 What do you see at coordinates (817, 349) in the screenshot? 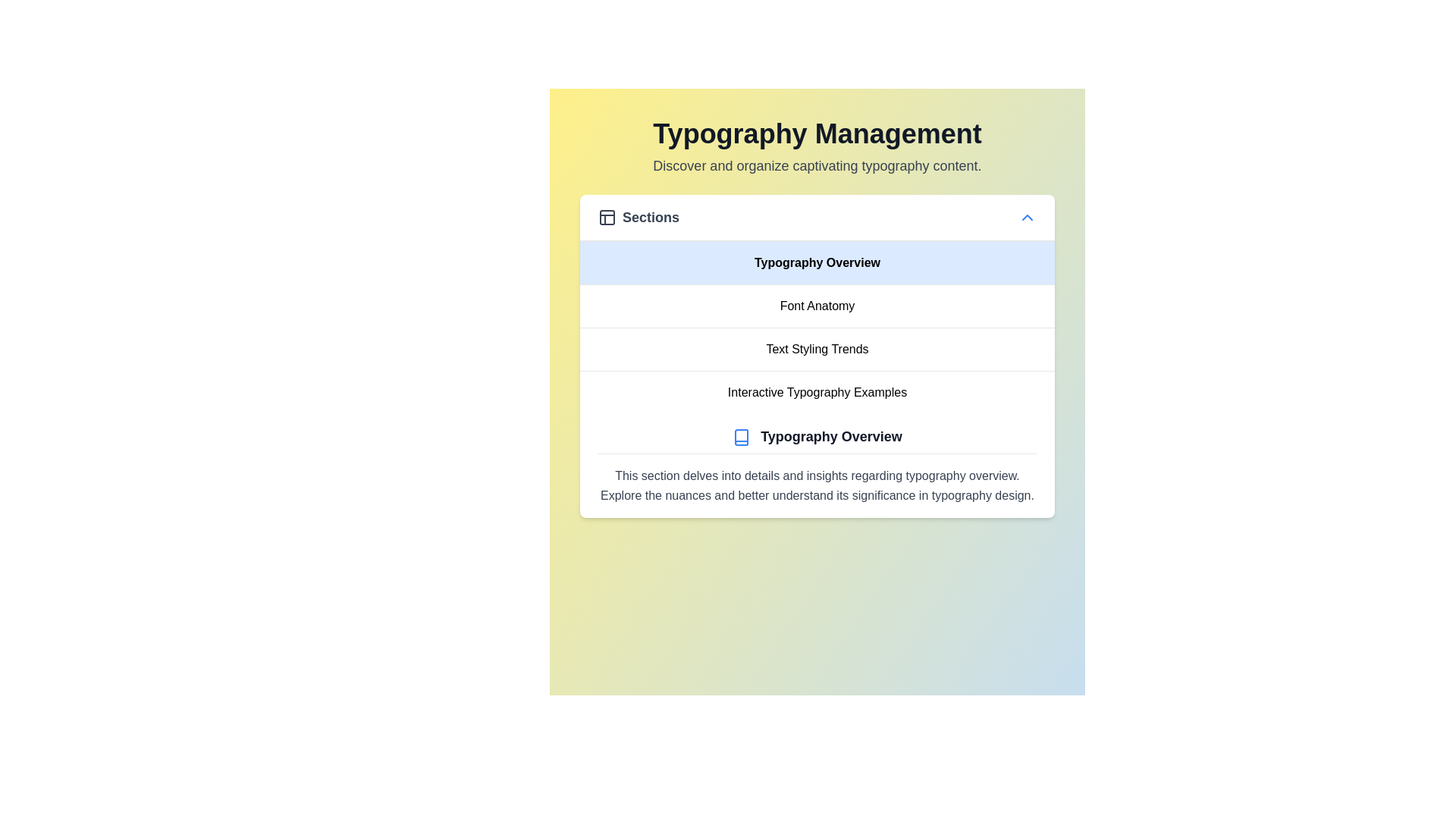
I see `the Label indicating a textual topic or subsection within the interface, which is the third item in the 'Sections' list, positioned below 'Font Anatomy' and above 'Interactive Typography Examples'` at bounding box center [817, 349].